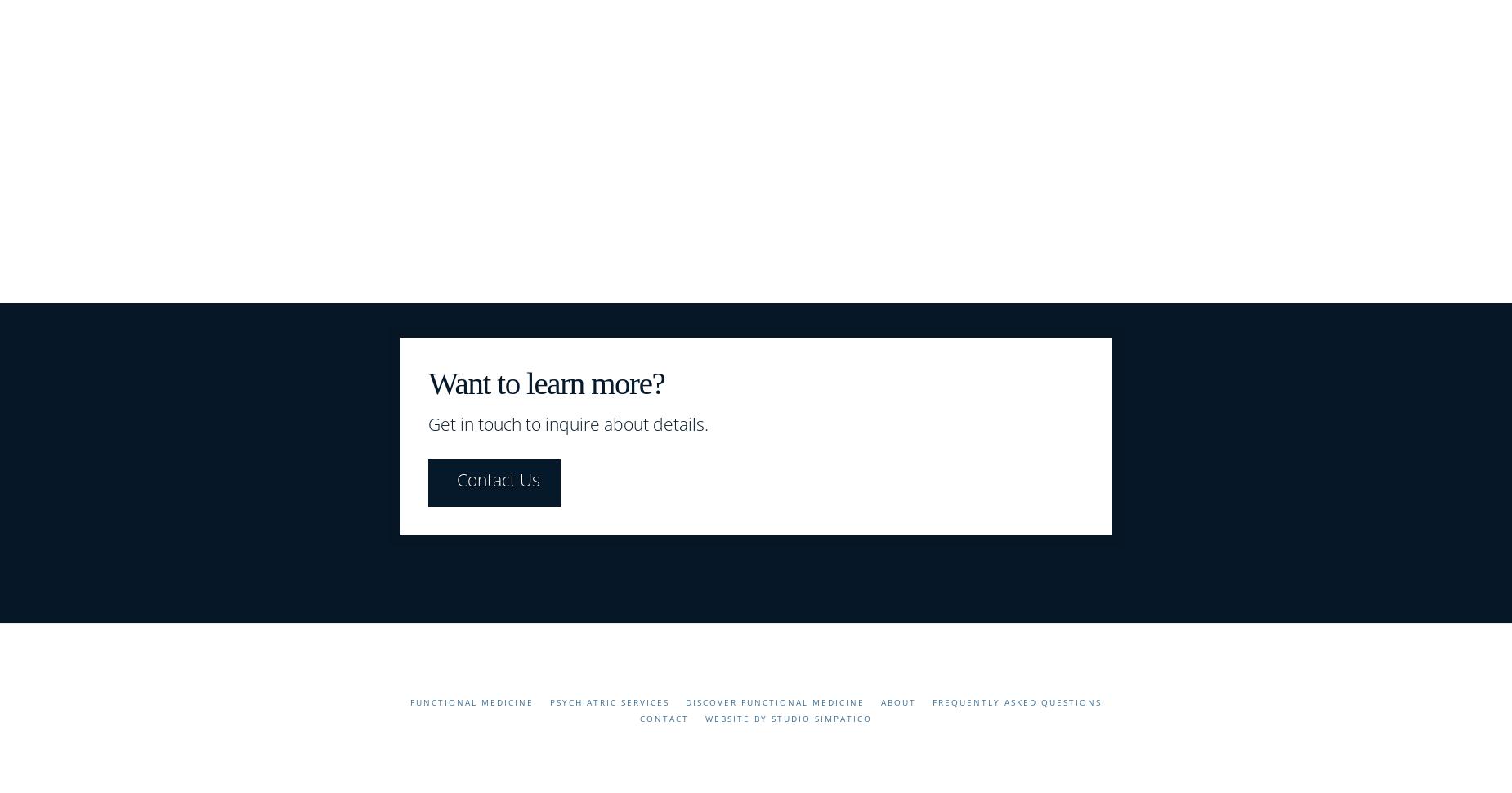 The height and width of the screenshot is (793, 1512). What do you see at coordinates (685, 700) in the screenshot?
I see `'Discover Functional Medicine'` at bounding box center [685, 700].